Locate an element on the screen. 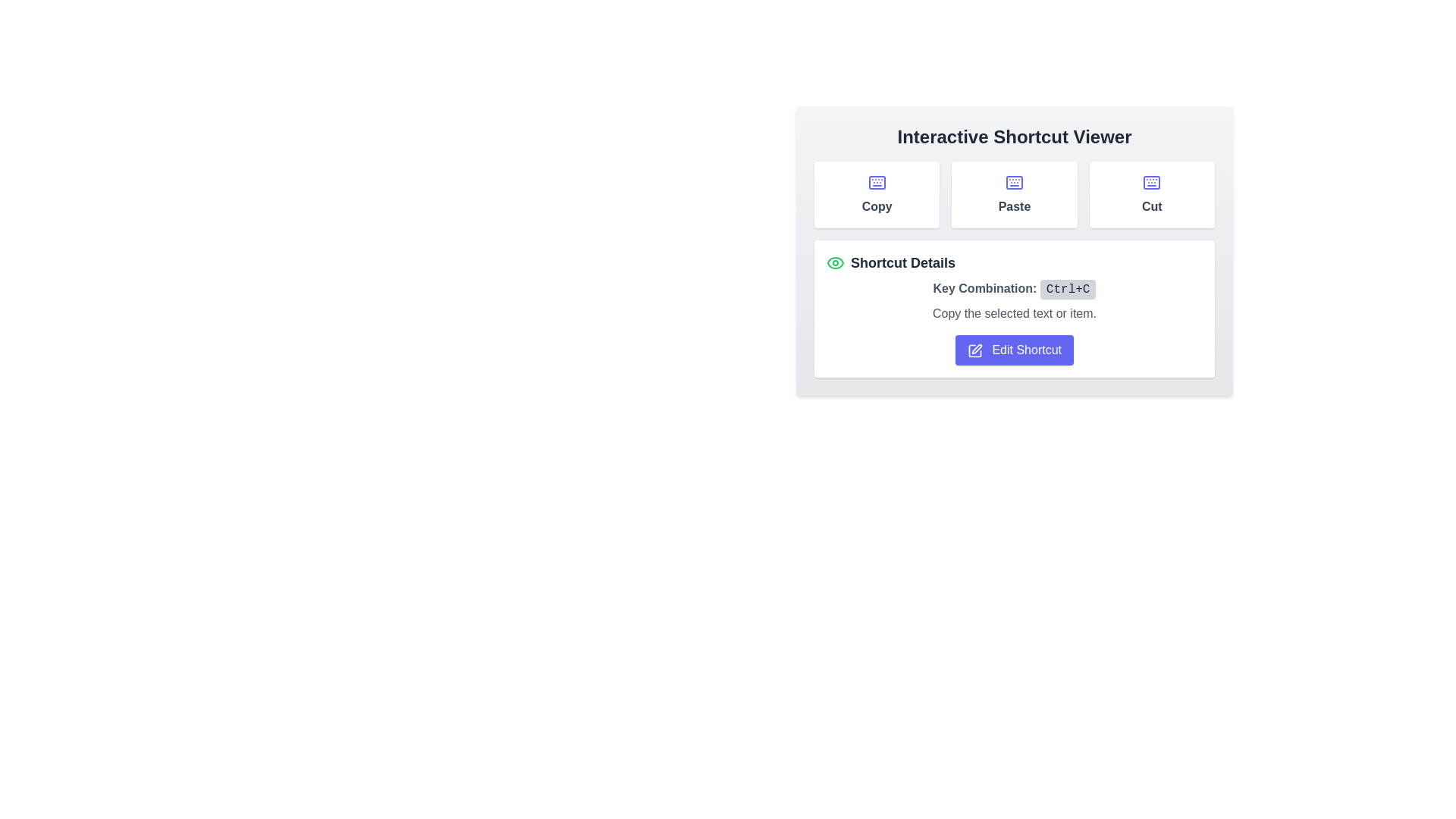  the informative panel displaying the keyboard shortcut details for 'Copy', which includes the title 'Shortcut Details', the key combination 'Ctrl+C', and the 'Edit Shortcut' purple button is located at coordinates (1015, 268).